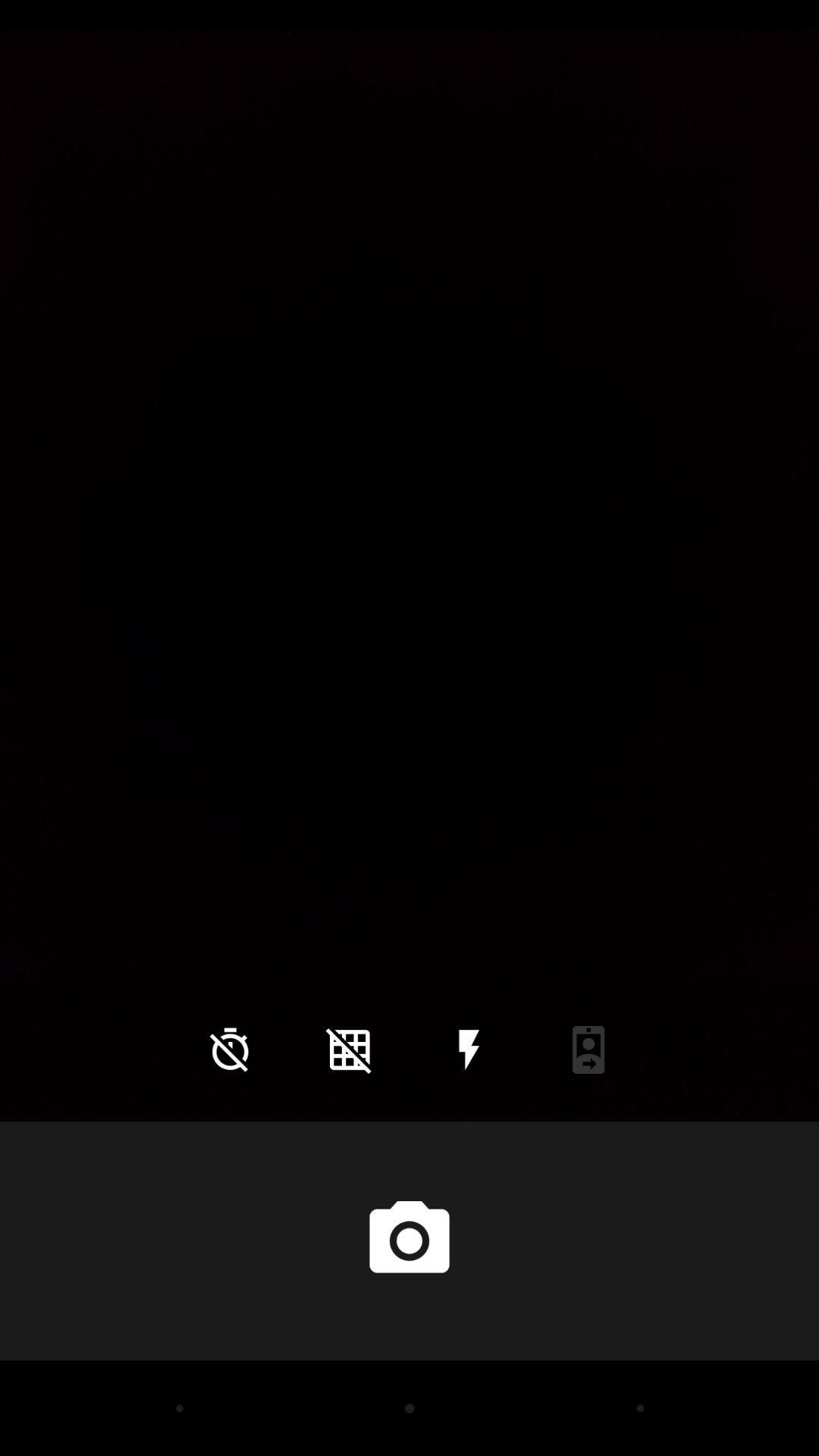 Image resolution: width=819 pixels, height=1456 pixels. Describe the element at coordinates (468, 1049) in the screenshot. I see `the flash icon` at that location.